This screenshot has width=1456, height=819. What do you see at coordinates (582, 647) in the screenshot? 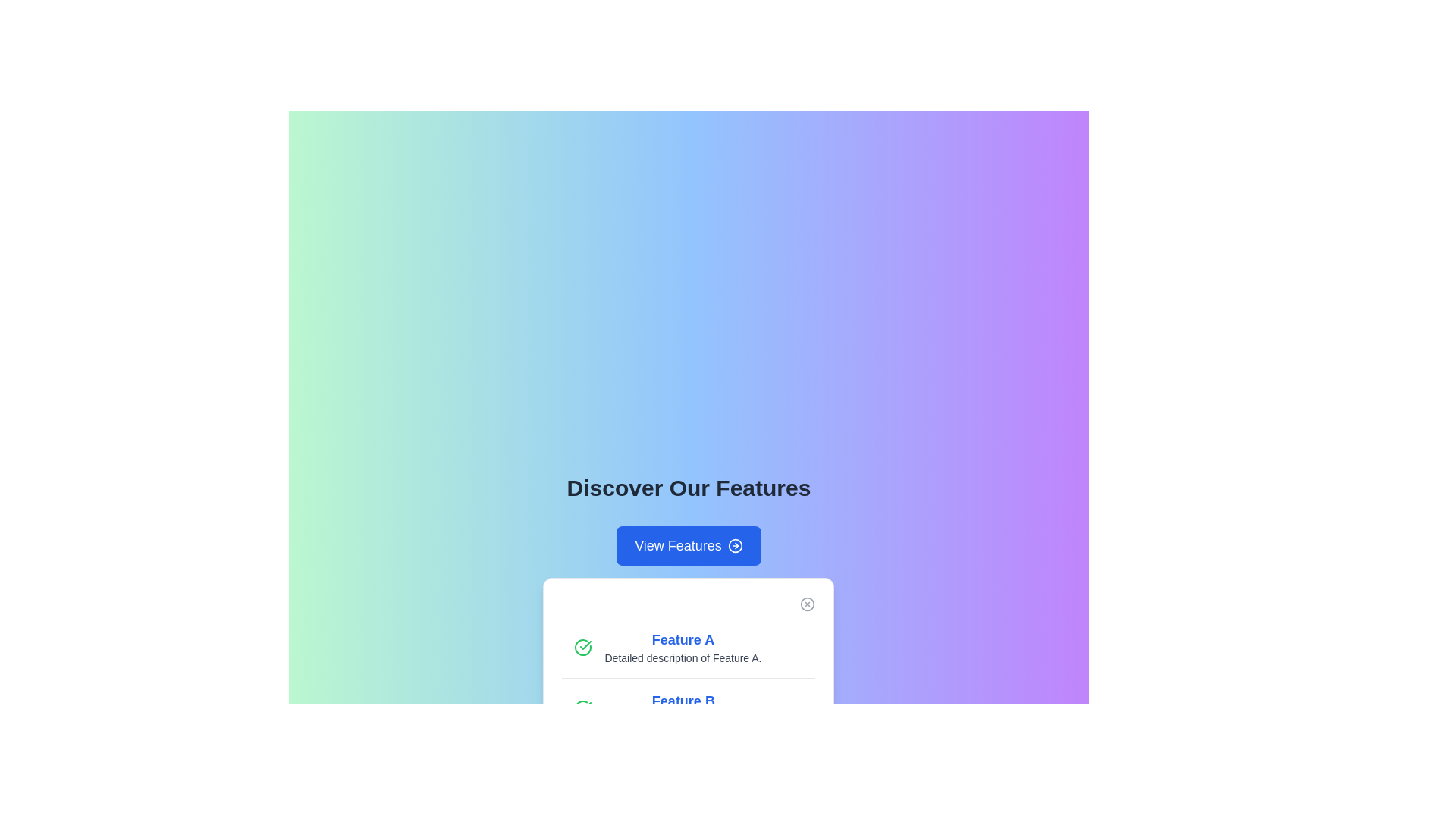
I see `the green circular checkmark icon that indicates a positive status for 'Feature A', positioned to the left of the heading text` at bounding box center [582, 647].